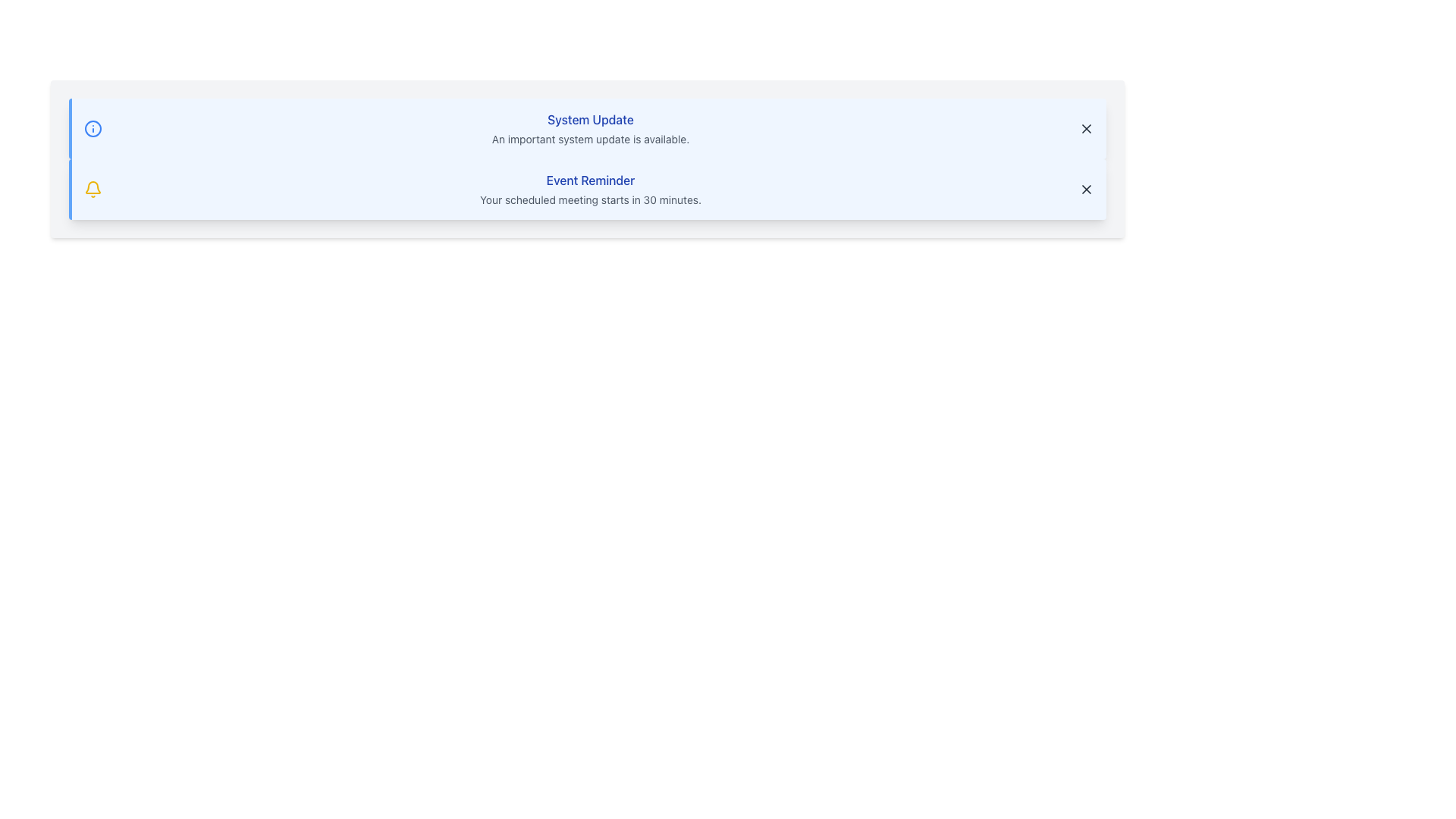 This screenshot has height=819, width=1456. What do you see at coordinates (1086, 189) in the screenshot?
I see `the close button icon located in the top-right corner of the notification bar, which visually represents a close or cancel action` at bounding box center [1086, 189].